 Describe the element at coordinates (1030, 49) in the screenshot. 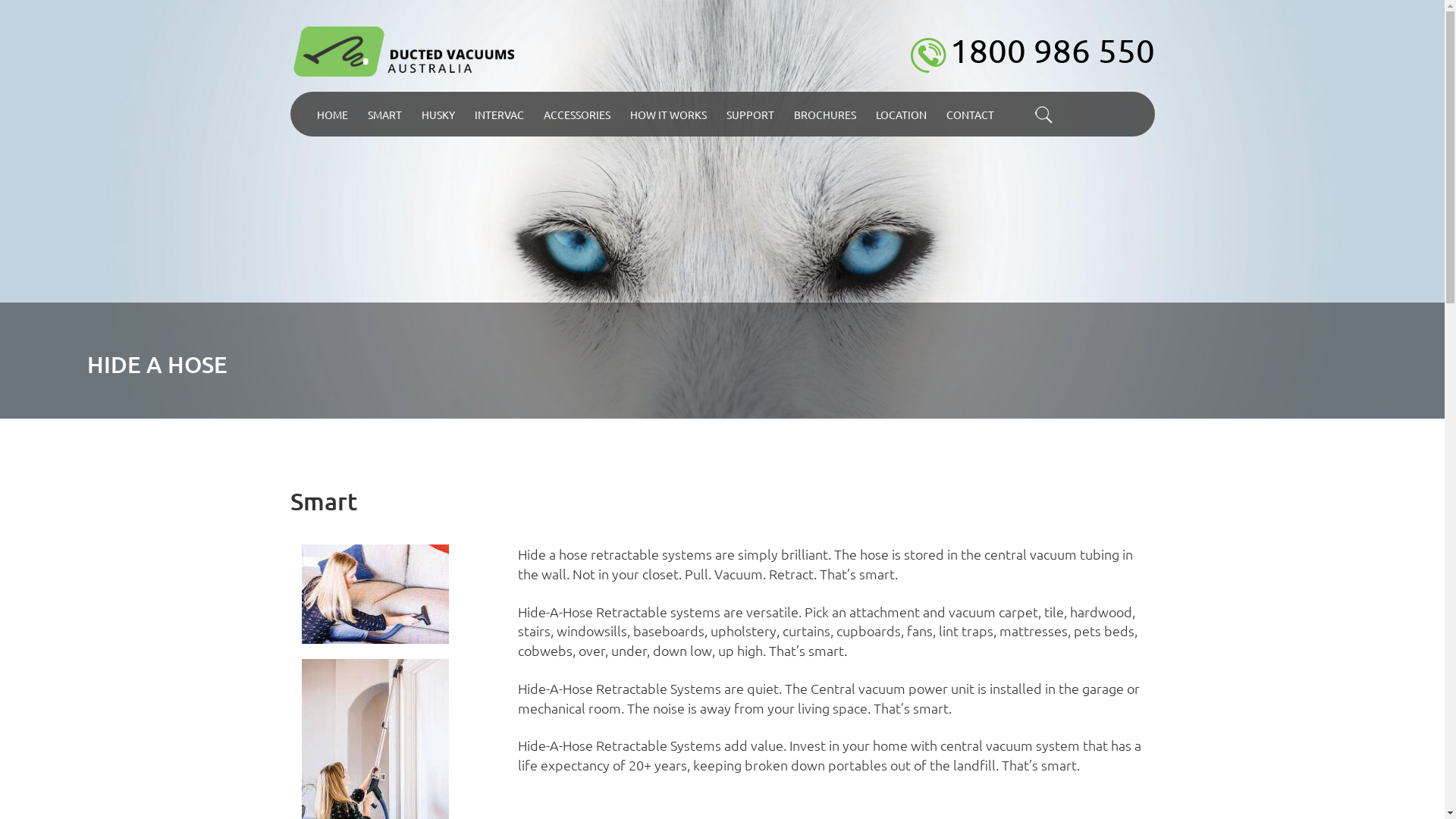

I see `'1800 986 550'` at that location.